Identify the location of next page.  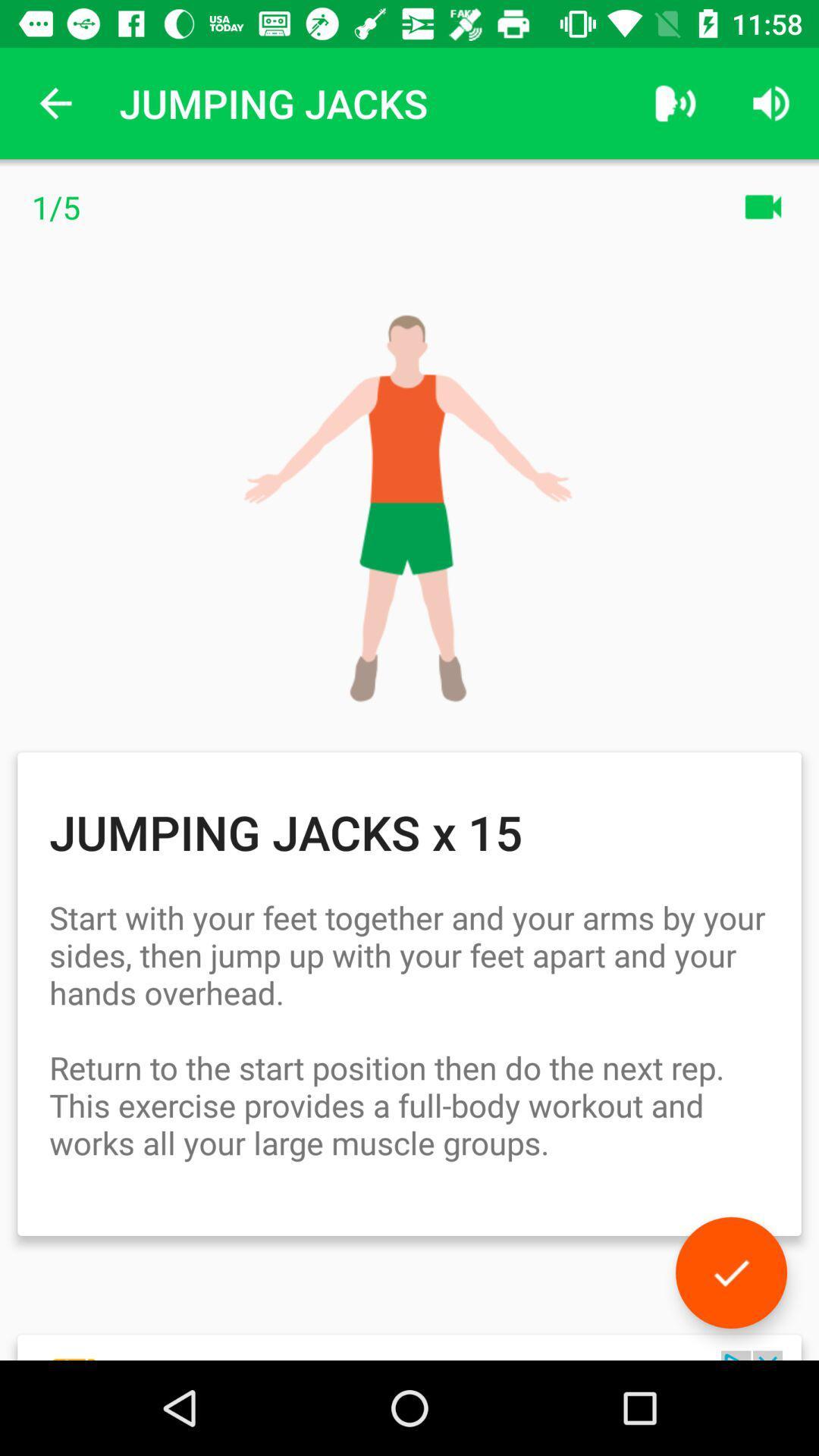
(730, 1272).